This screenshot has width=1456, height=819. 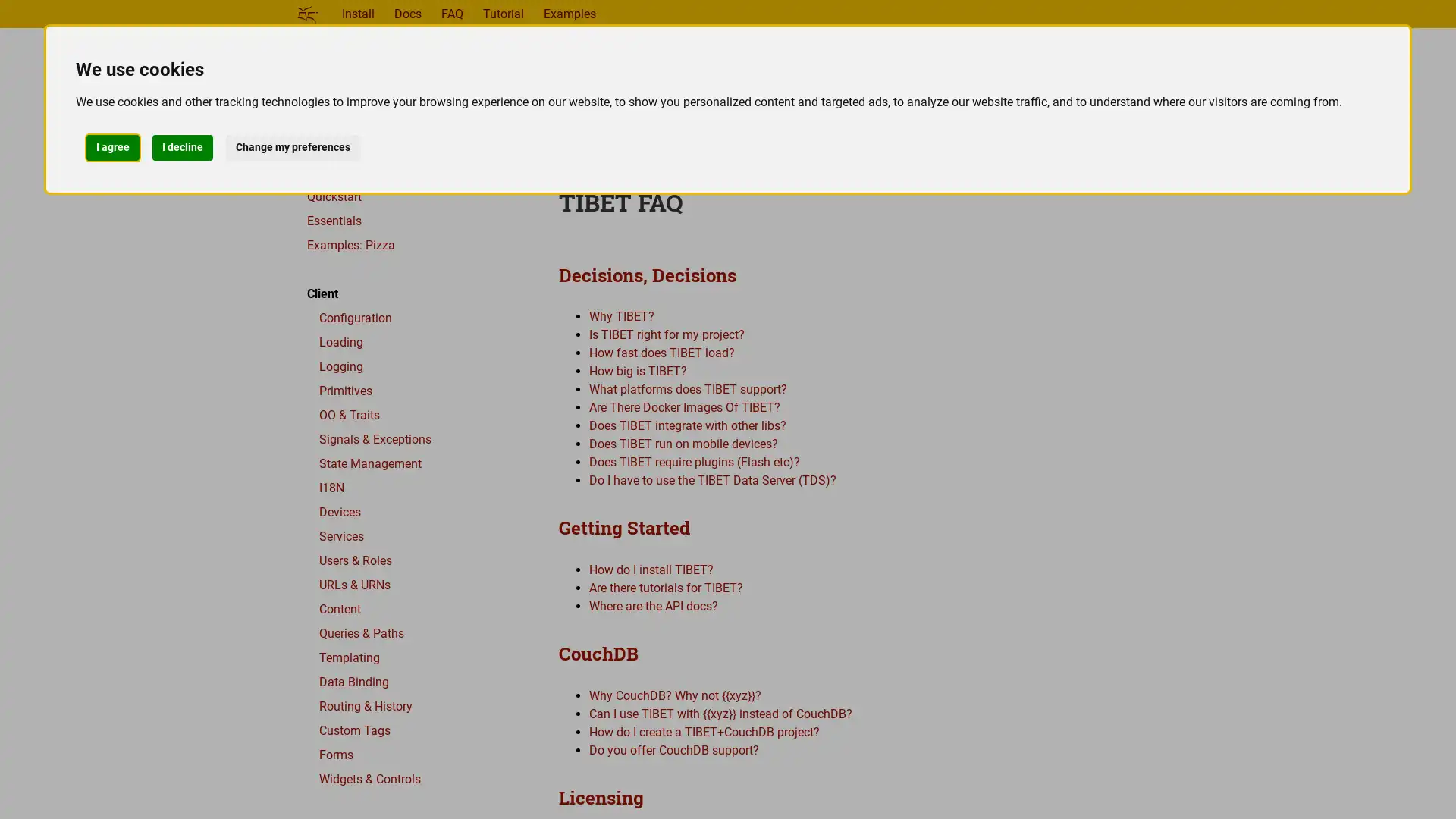 I want to click on I decline, so click(x=182, y=146).